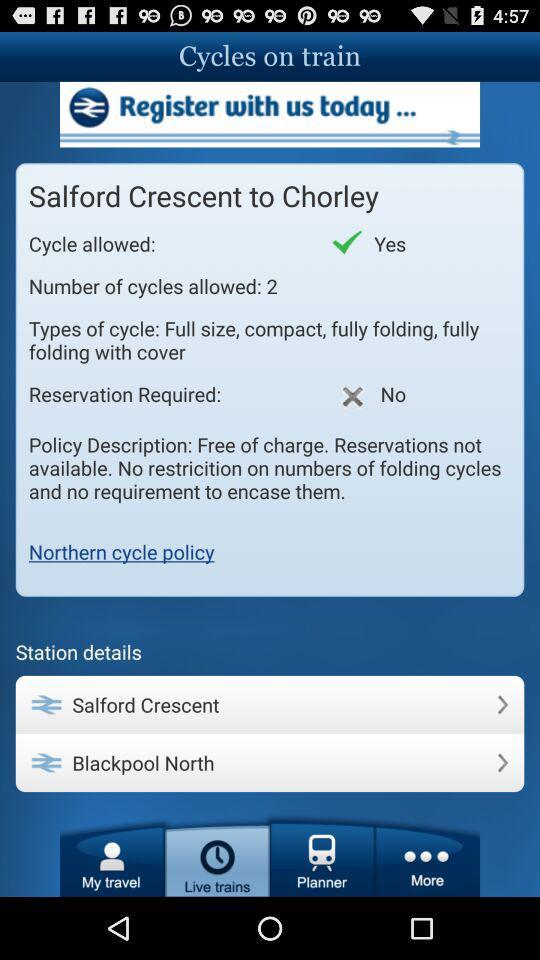  I want to click on the more icon, so click(426, 914).